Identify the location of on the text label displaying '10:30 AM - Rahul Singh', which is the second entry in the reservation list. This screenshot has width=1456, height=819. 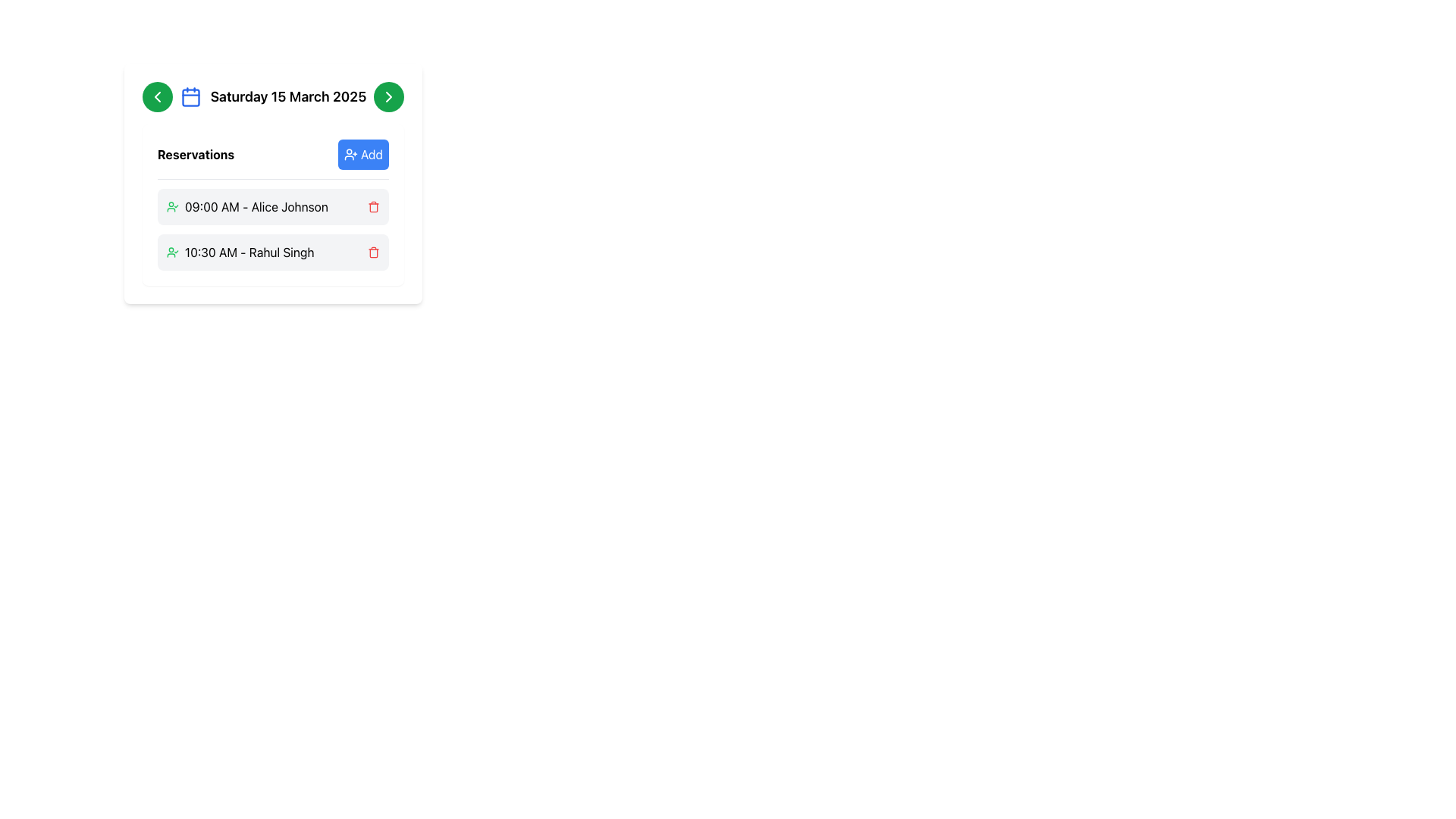
(249, 251).